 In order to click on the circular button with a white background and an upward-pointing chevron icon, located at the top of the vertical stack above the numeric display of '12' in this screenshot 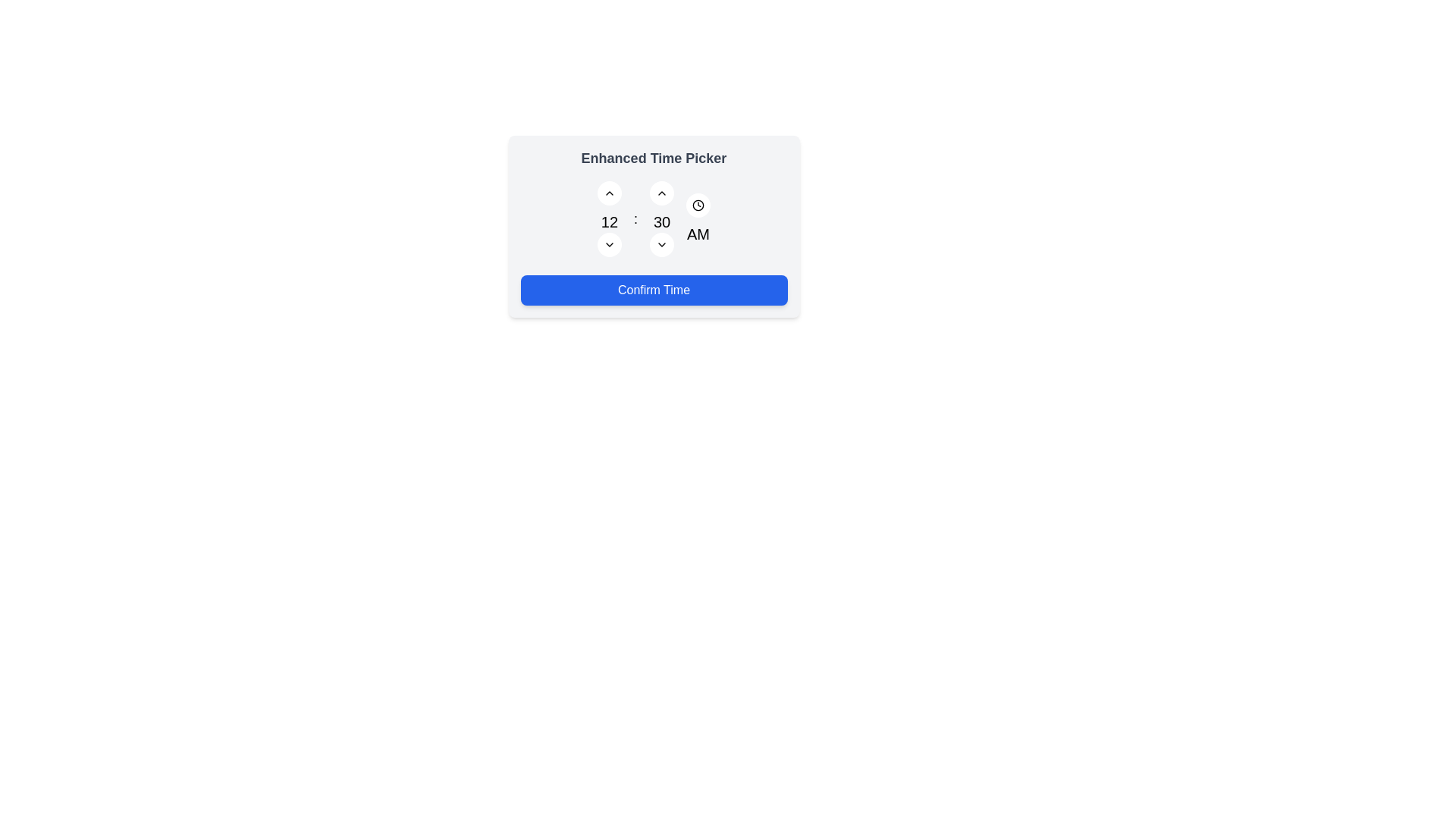, I will do `click(609, 192)`.